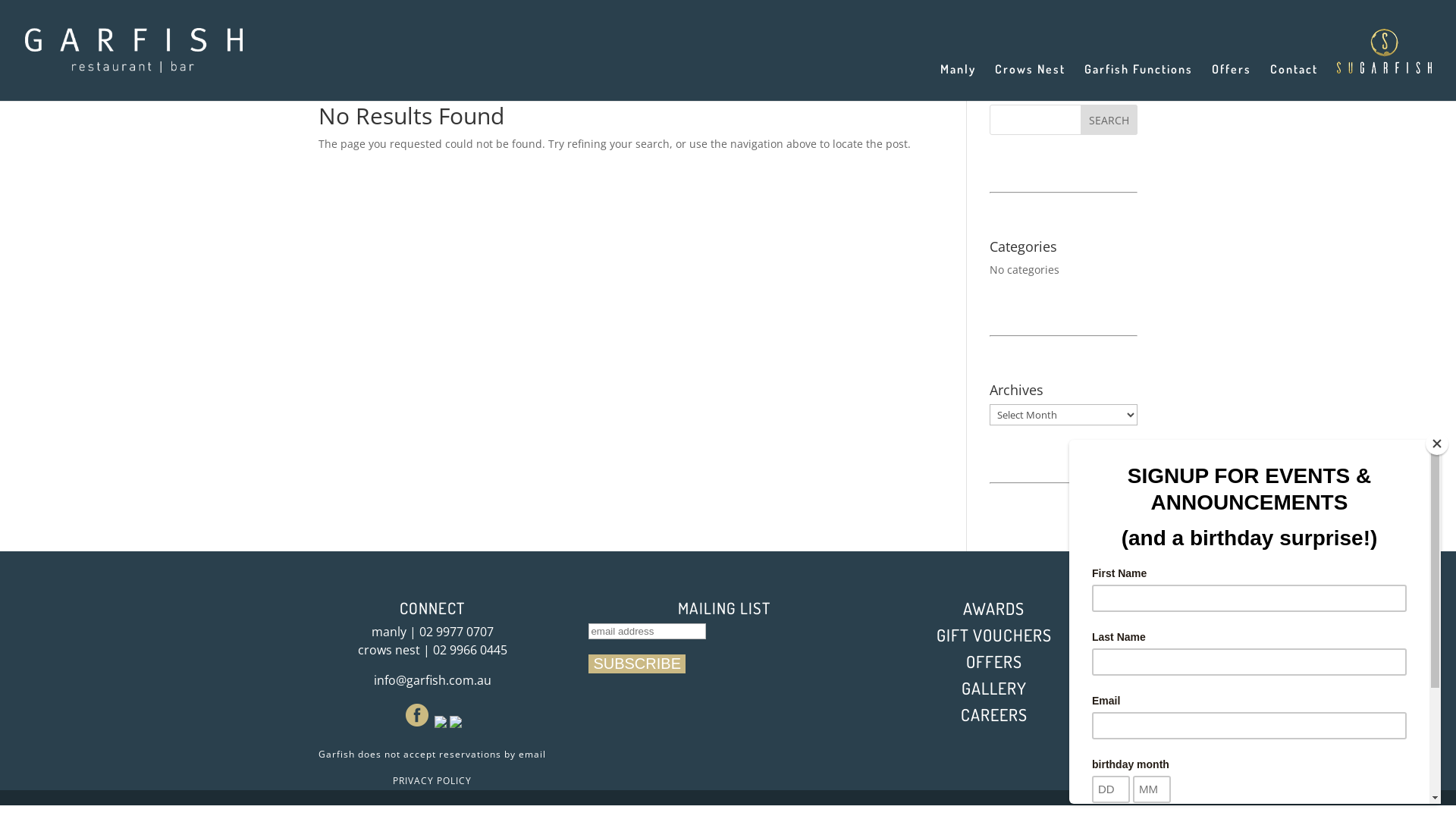 This screenshot has width=1456, height=819. Describe the element at coordinates (1270, 82) in the screenshot. I see `'Contact'` at that location.